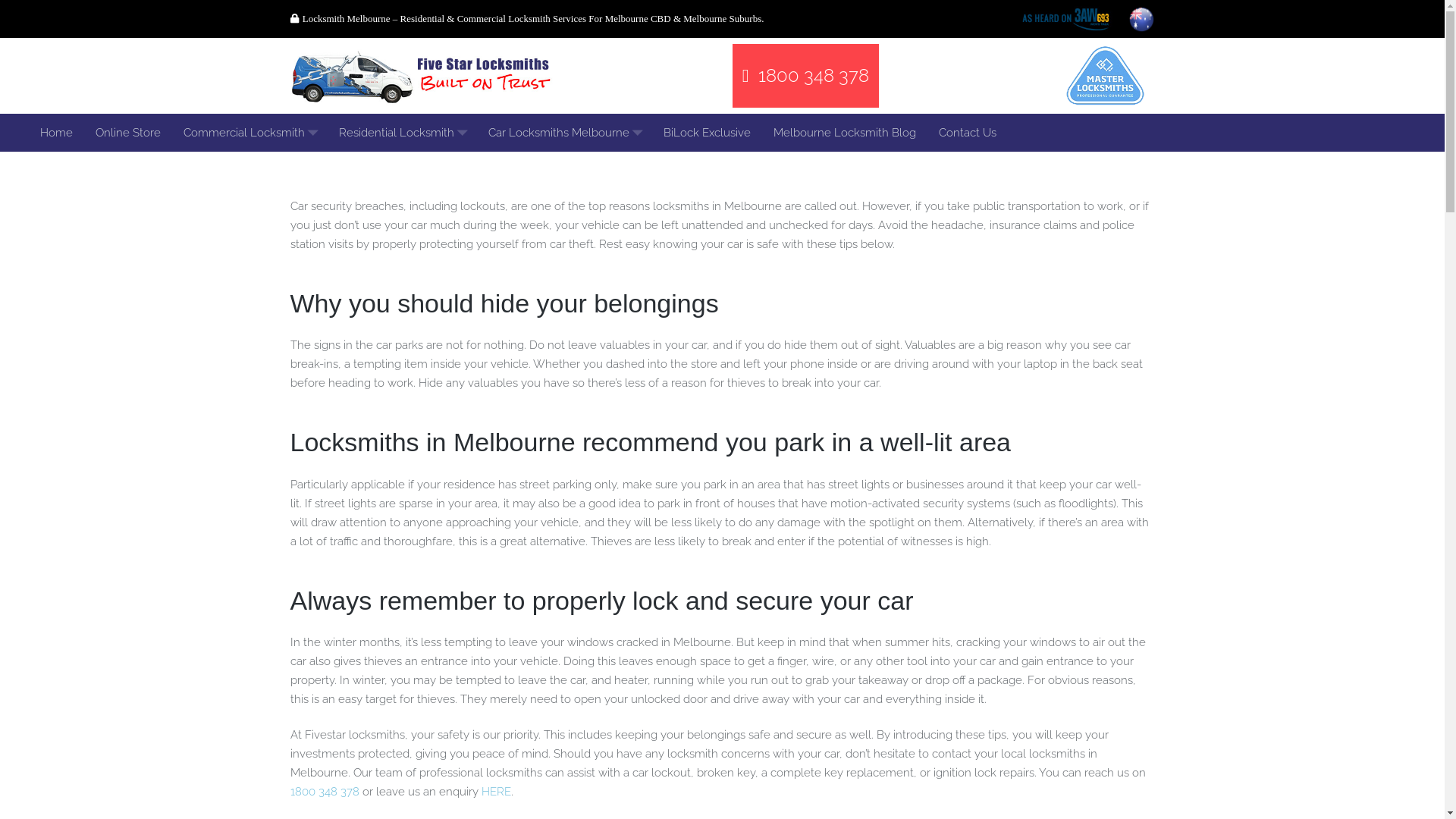 This screenshot has height=819, width=1456. What do you see at coordinates (843, 131) in the screenshot?
I see `'Melbourne Locksmith Blog'` at bounding box center [843, 131].